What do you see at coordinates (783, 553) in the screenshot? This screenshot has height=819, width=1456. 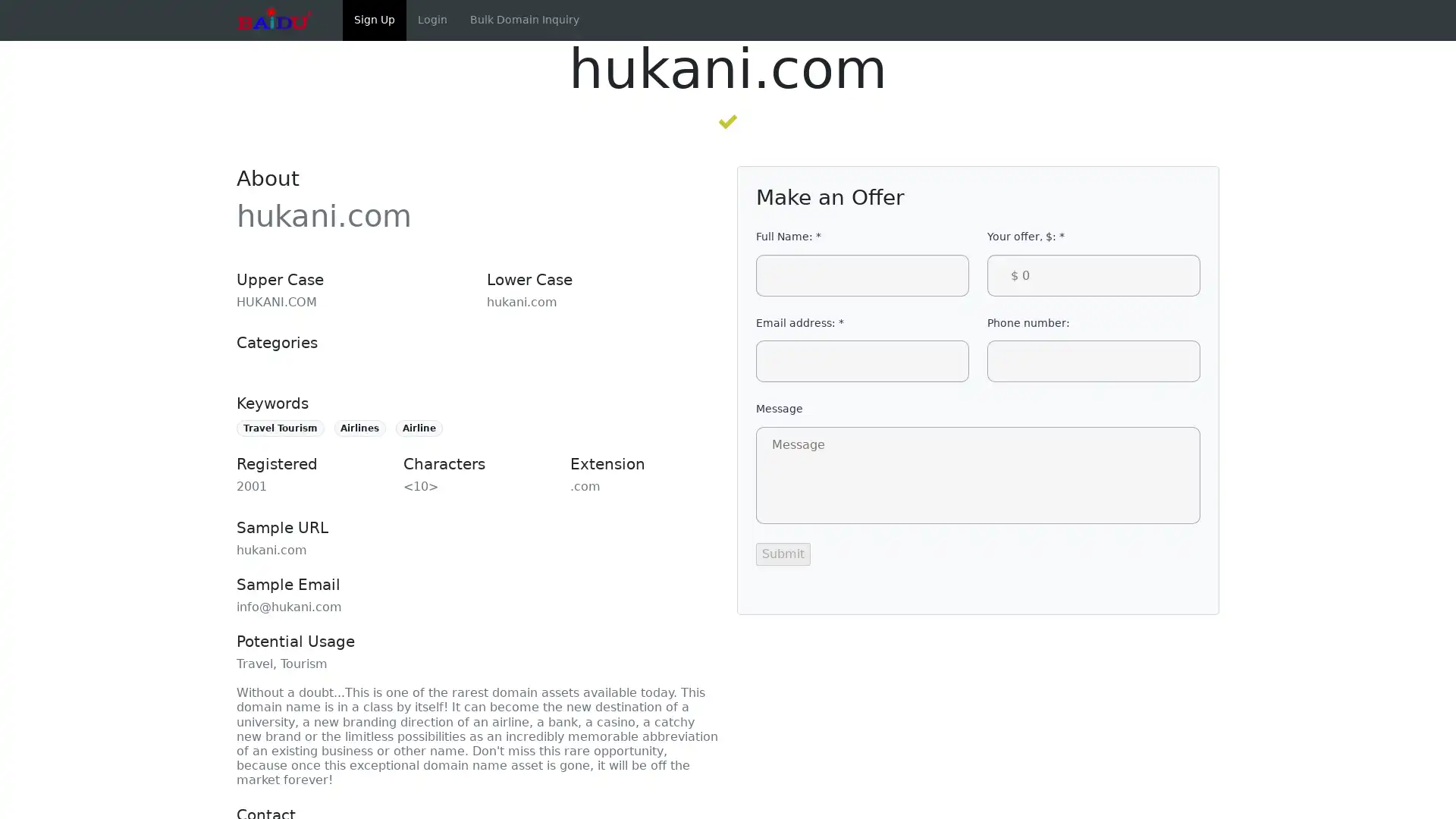 I see `Submit` at bounding box center [783, 553].